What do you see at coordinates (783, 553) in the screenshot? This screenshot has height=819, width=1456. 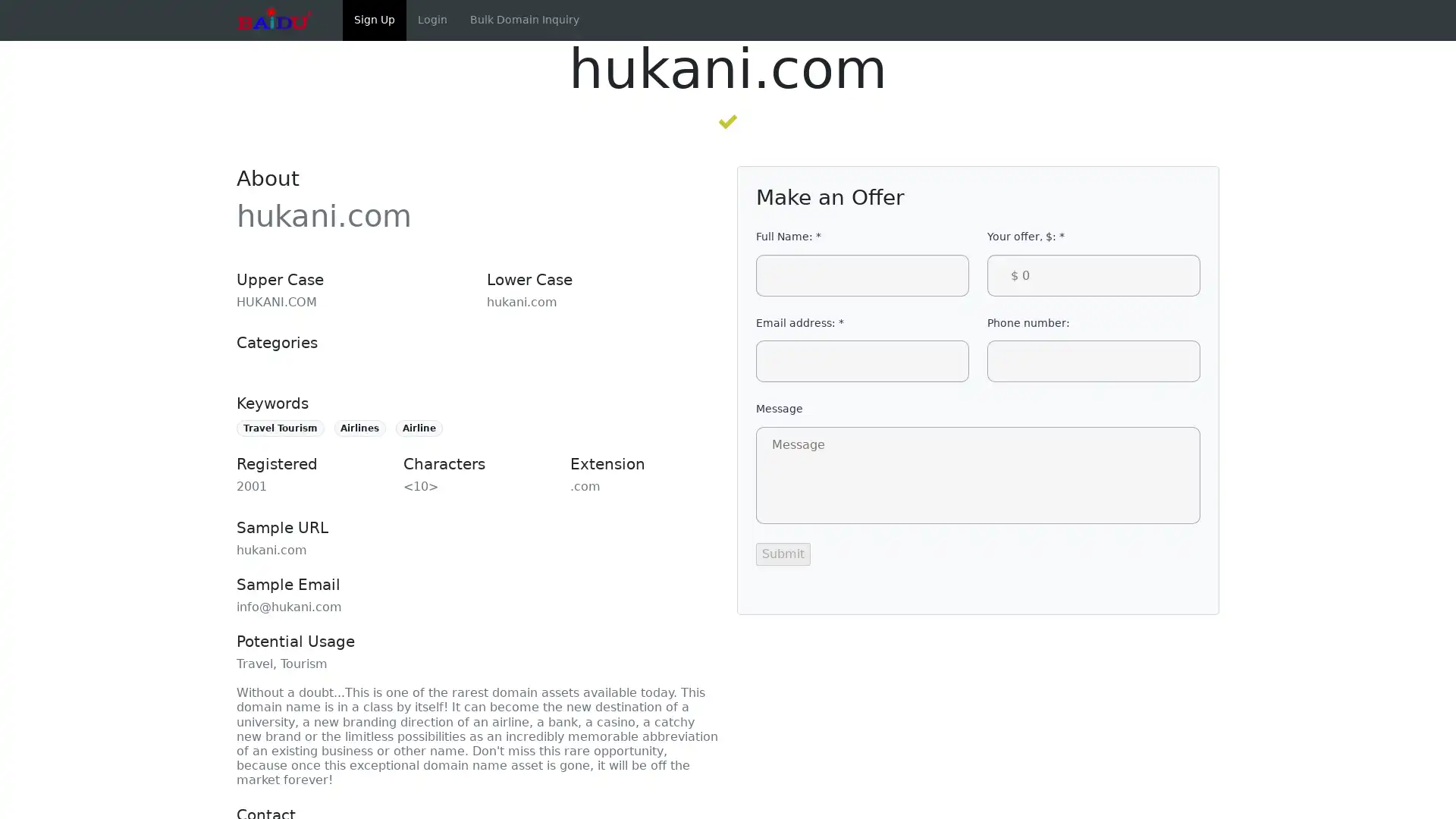 I see `Submit` at bounding box center [783, 553].